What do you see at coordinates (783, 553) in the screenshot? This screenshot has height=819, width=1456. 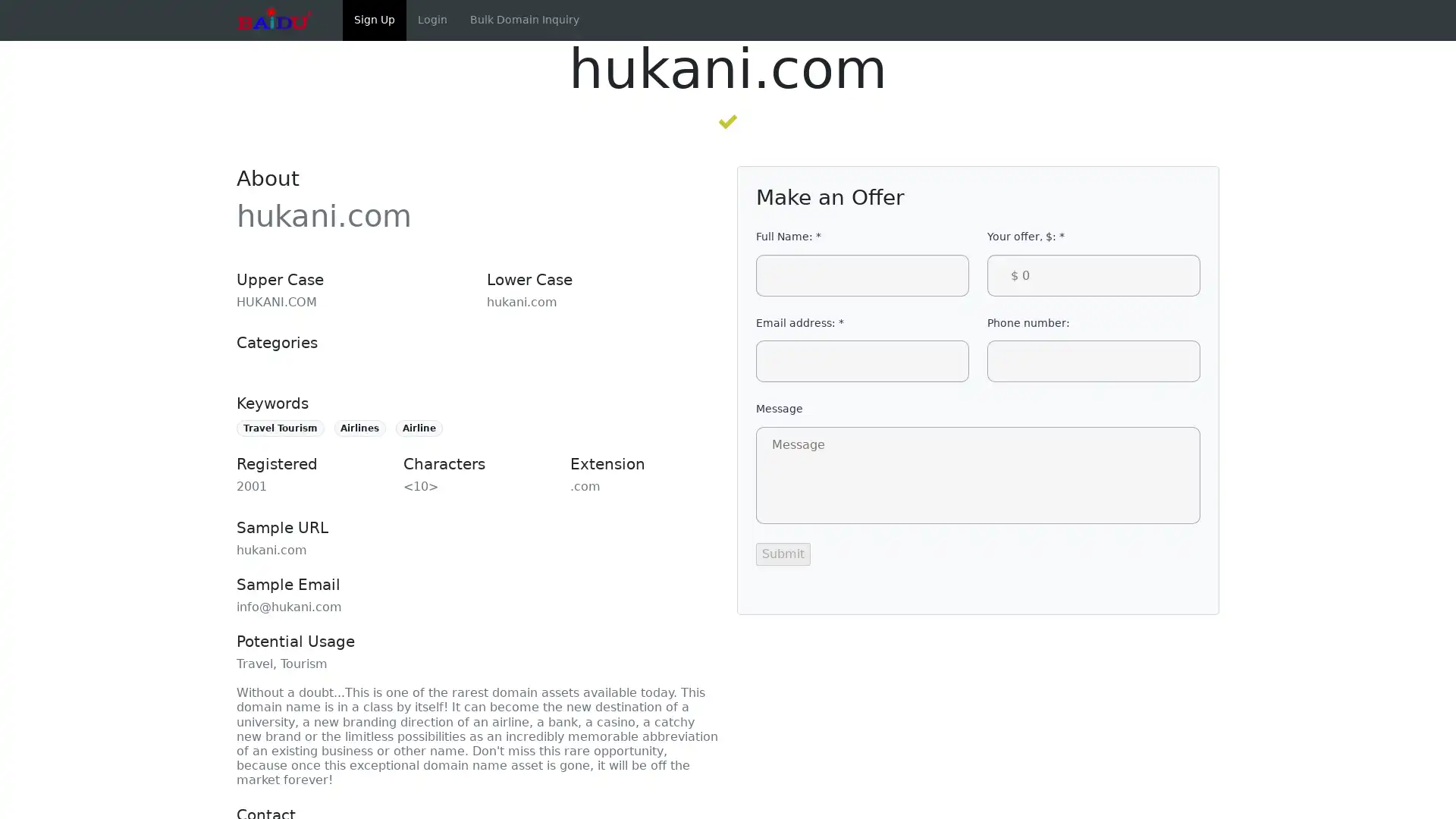 I see `Submit` at bounding box center [783, 553].